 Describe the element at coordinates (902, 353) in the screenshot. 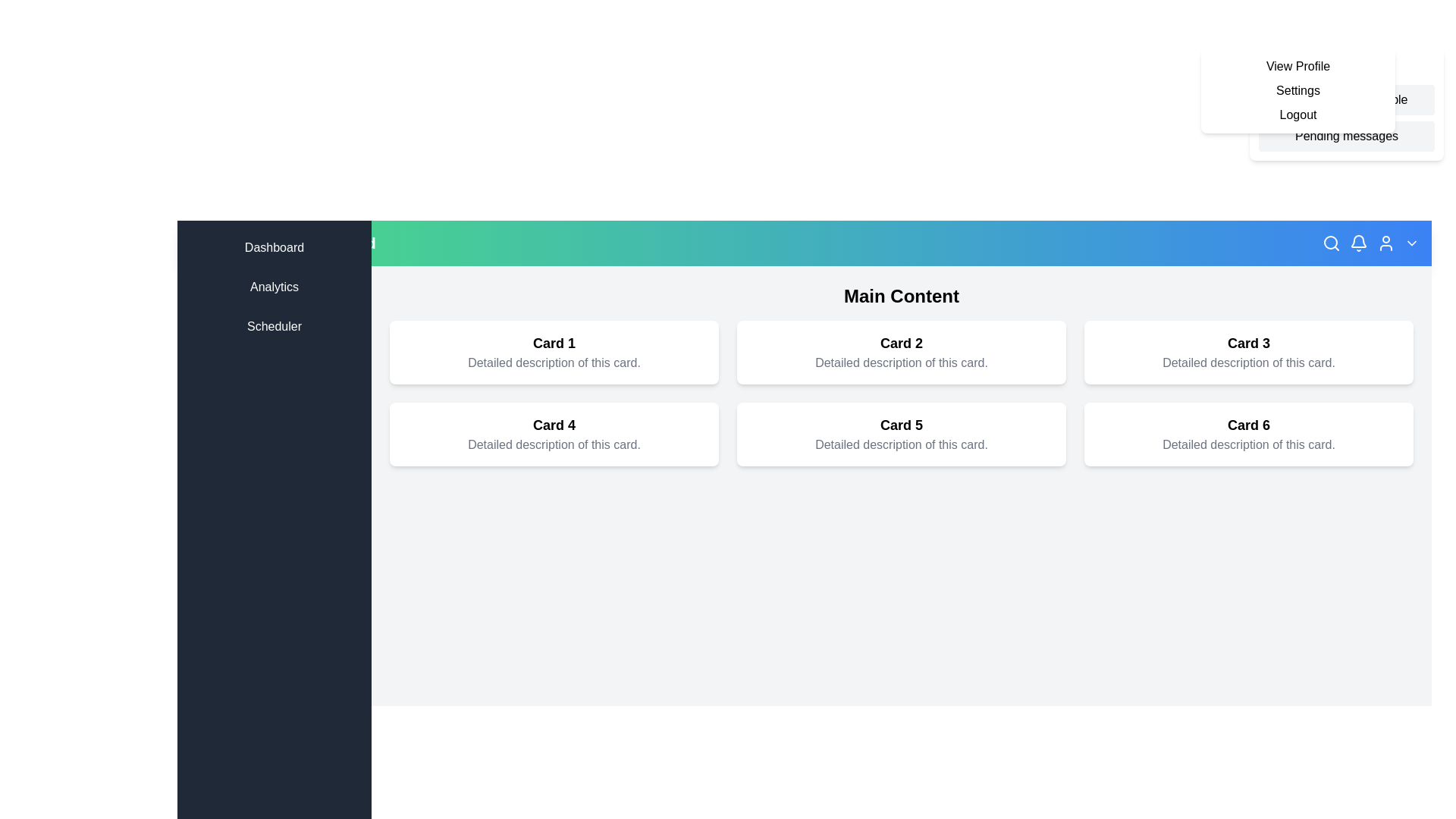

I see `the Informational card component titled 'Card 2', which is a white rectangular card with rounded corners and a shadow effect, located in the first row, middle column of the grid layout` at that location.